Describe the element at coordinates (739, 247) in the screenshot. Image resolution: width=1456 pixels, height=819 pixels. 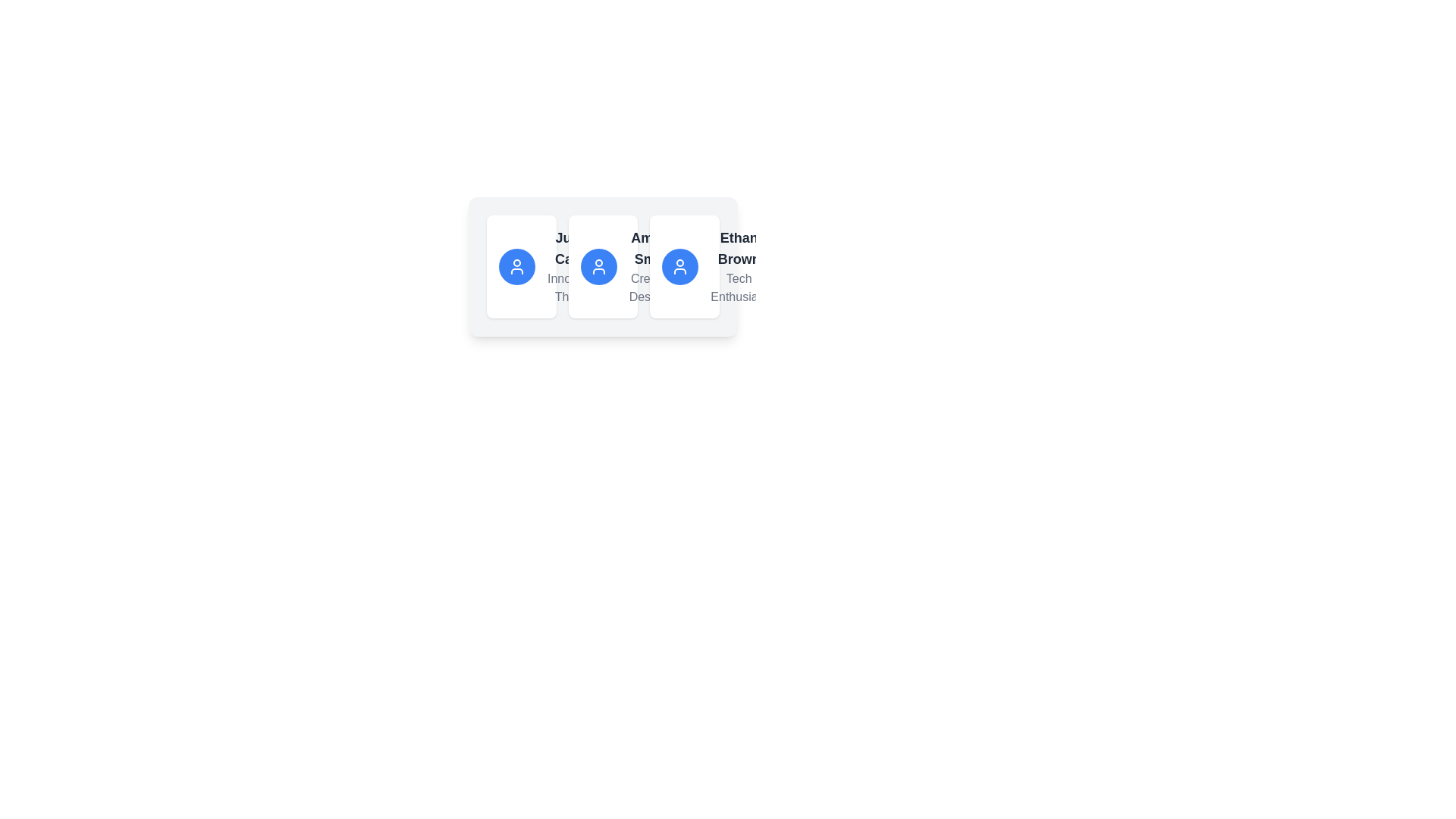
I see `the text label displaying the name 'Ethan Brown', which is visually prominent and centrally aligned with the profile icon` at that location.